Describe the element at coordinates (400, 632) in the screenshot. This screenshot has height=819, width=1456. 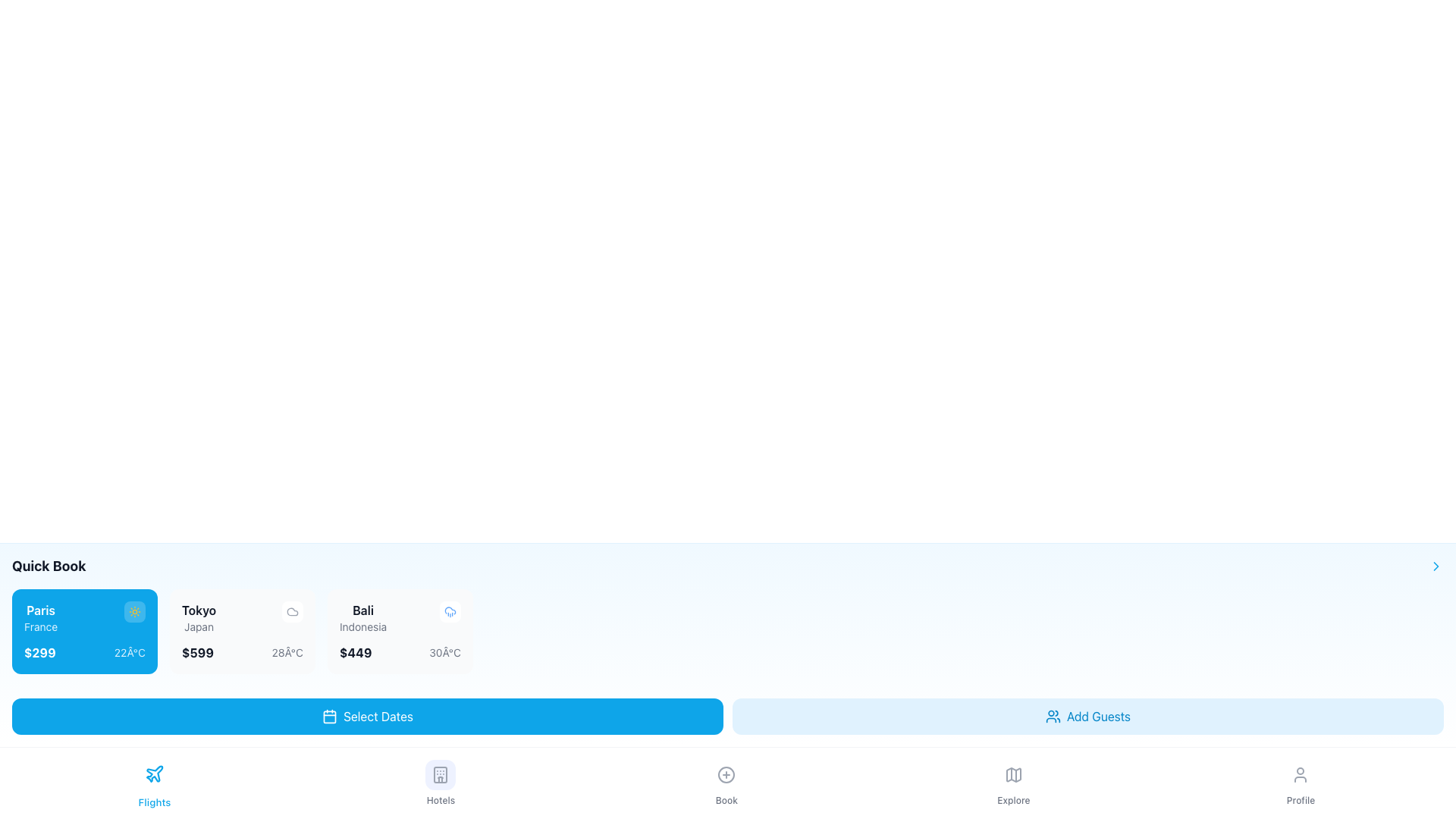
I see `the informational card titled 'Bali'` at that location.